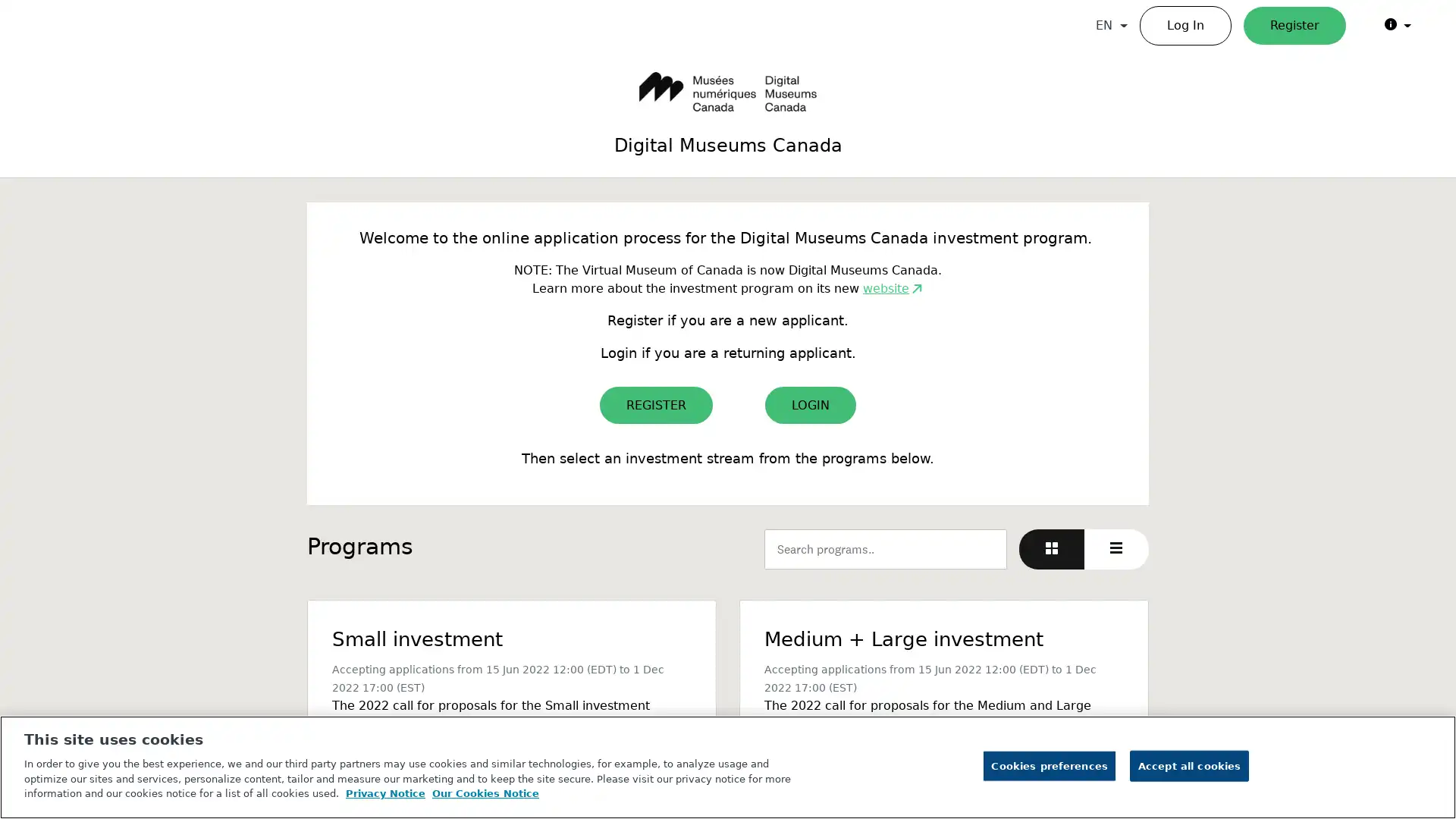 Image resolution: width=1456 pixels, height=819 pixels. What do you see at coordinates (1188, 766) in the screenshot?
I see `Accept all cookies` at bounding box center [1188, 766].